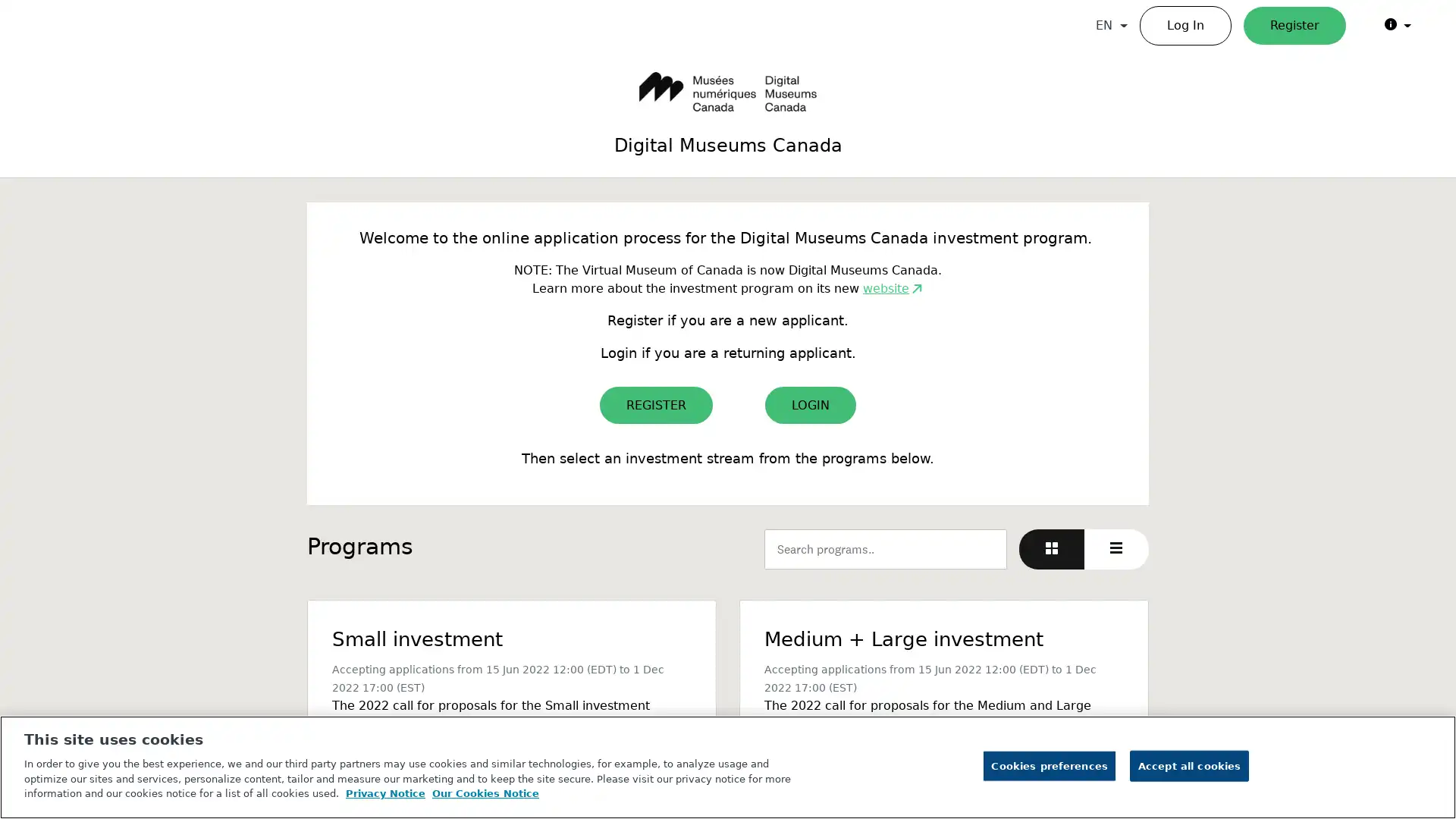 Image resolution: width=1456 pixels, height=819 pixels. What do you see at coordinates (1188, 766) in the screenshot?
I see `Accept all cookies` at bounding box center [1188, 766].